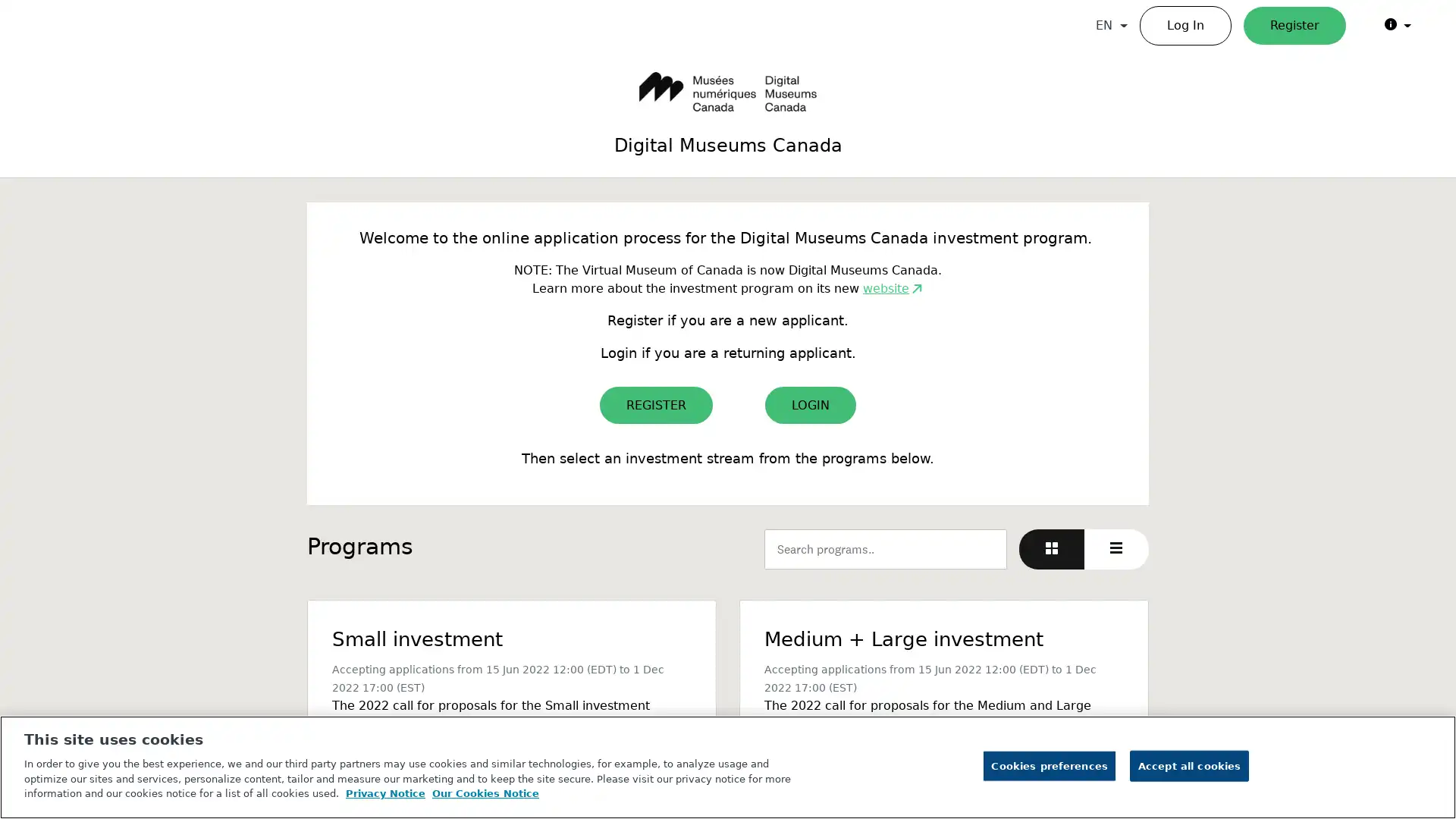 Image resolution: width=1456 pixels, height=819 pixels. What do you see at coordinates (1188, 766) in the screenshot?
I see `Accept all cookies` at bounding box center [1188, 766].